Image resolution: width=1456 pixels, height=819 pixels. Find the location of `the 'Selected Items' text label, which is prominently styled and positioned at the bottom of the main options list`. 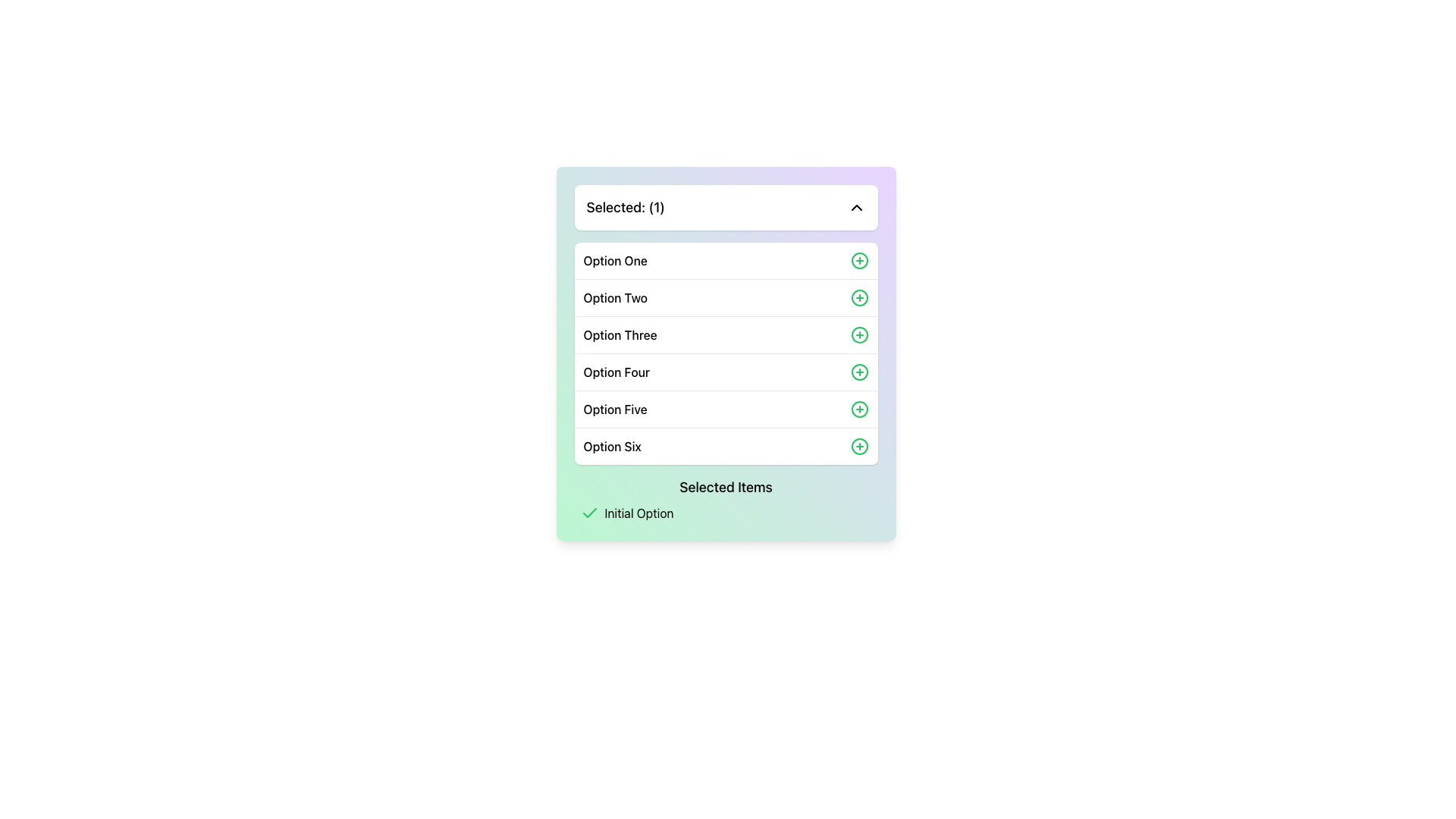

the 'Selected Items' text label, which is prominently styled and positioned at the bottom of the main options list is located at coordinates (725, 488).